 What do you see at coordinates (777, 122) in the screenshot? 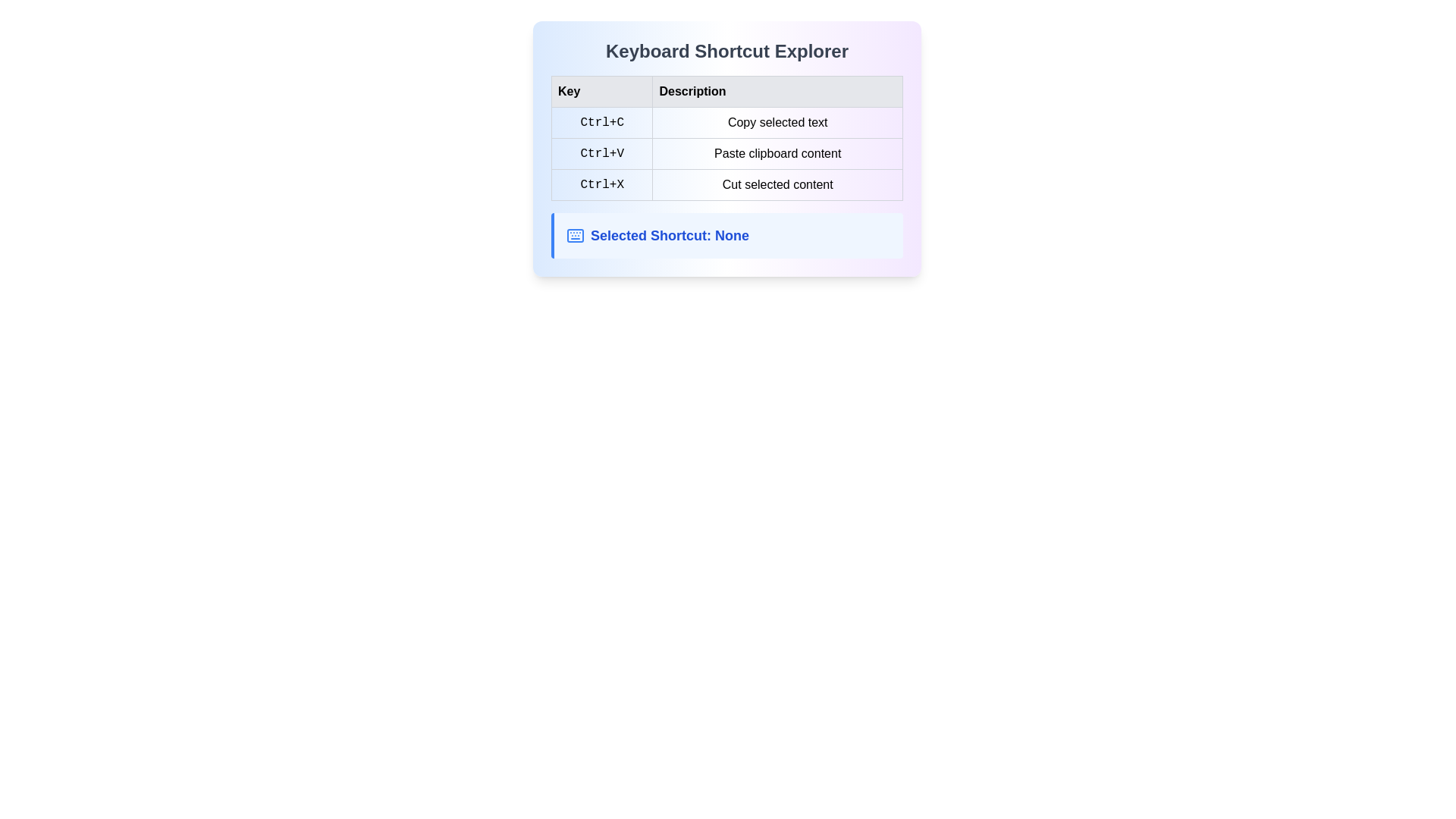
I see `the Label displaying 'Copy selected text', which is part of the Key-Description table under the 'Description' column, located in the first row corresponding to the 'Ctrl+C' shortcut key` at bounding box center [777, 122].